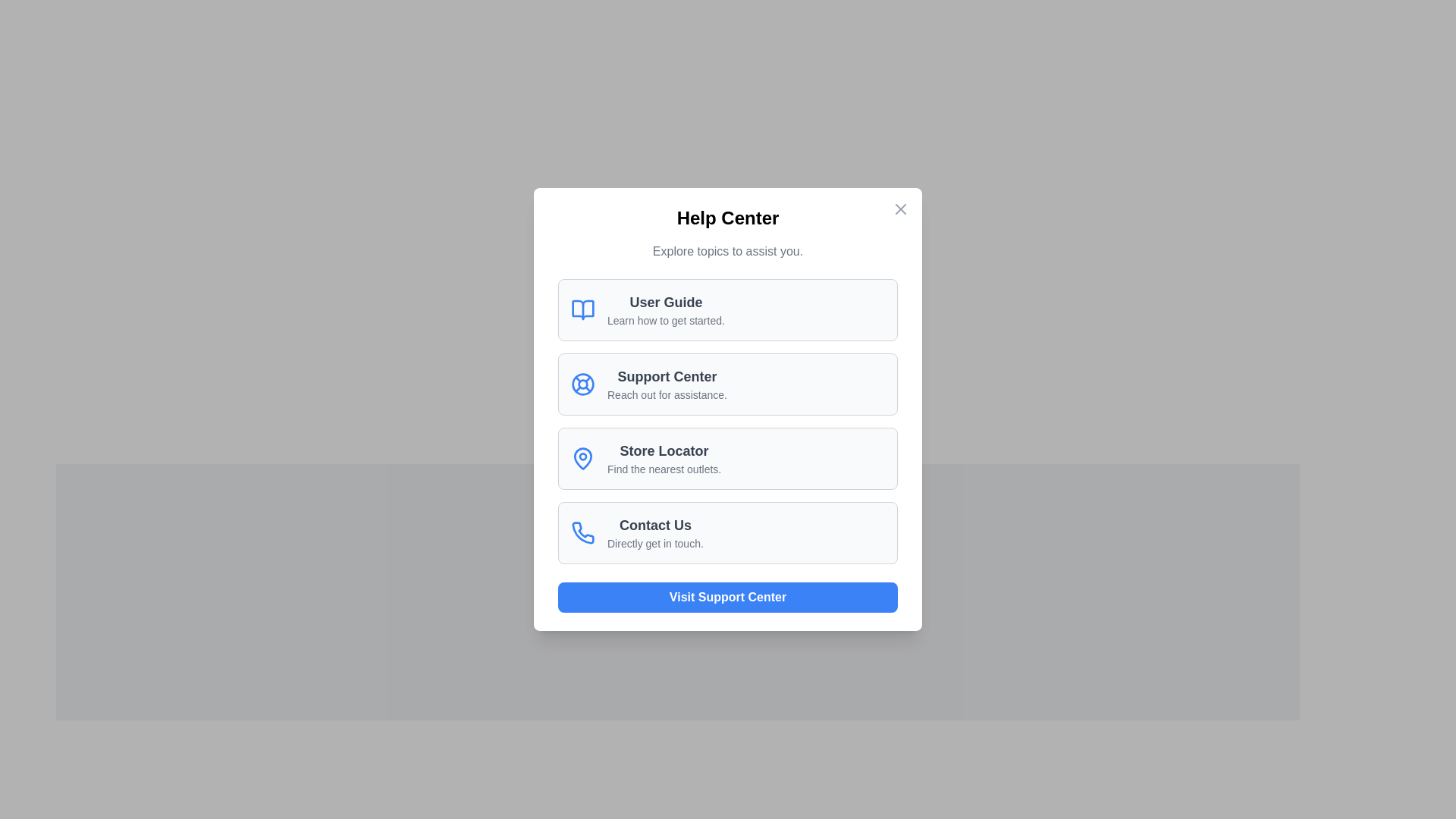 The height and width of the screenshot is (819, 1456). Describe the element at coordinates (666, 320) in the screenshot. I see `text displayed in the small, gray font saying 'Learn how to get started.' located below the 'User Guide' title in the 'Help Center' panel` at that location.